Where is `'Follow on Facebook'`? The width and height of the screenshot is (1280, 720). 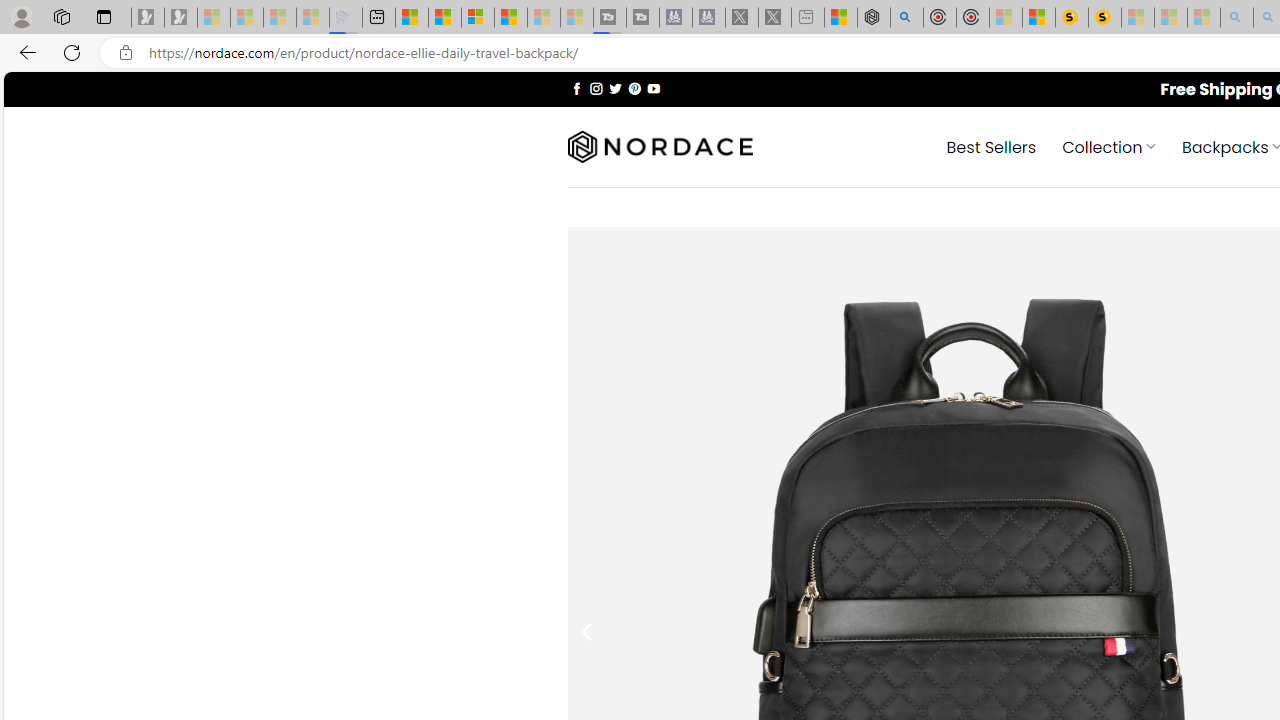
'Follow on Facebook' is located at coordinates (576, 87).